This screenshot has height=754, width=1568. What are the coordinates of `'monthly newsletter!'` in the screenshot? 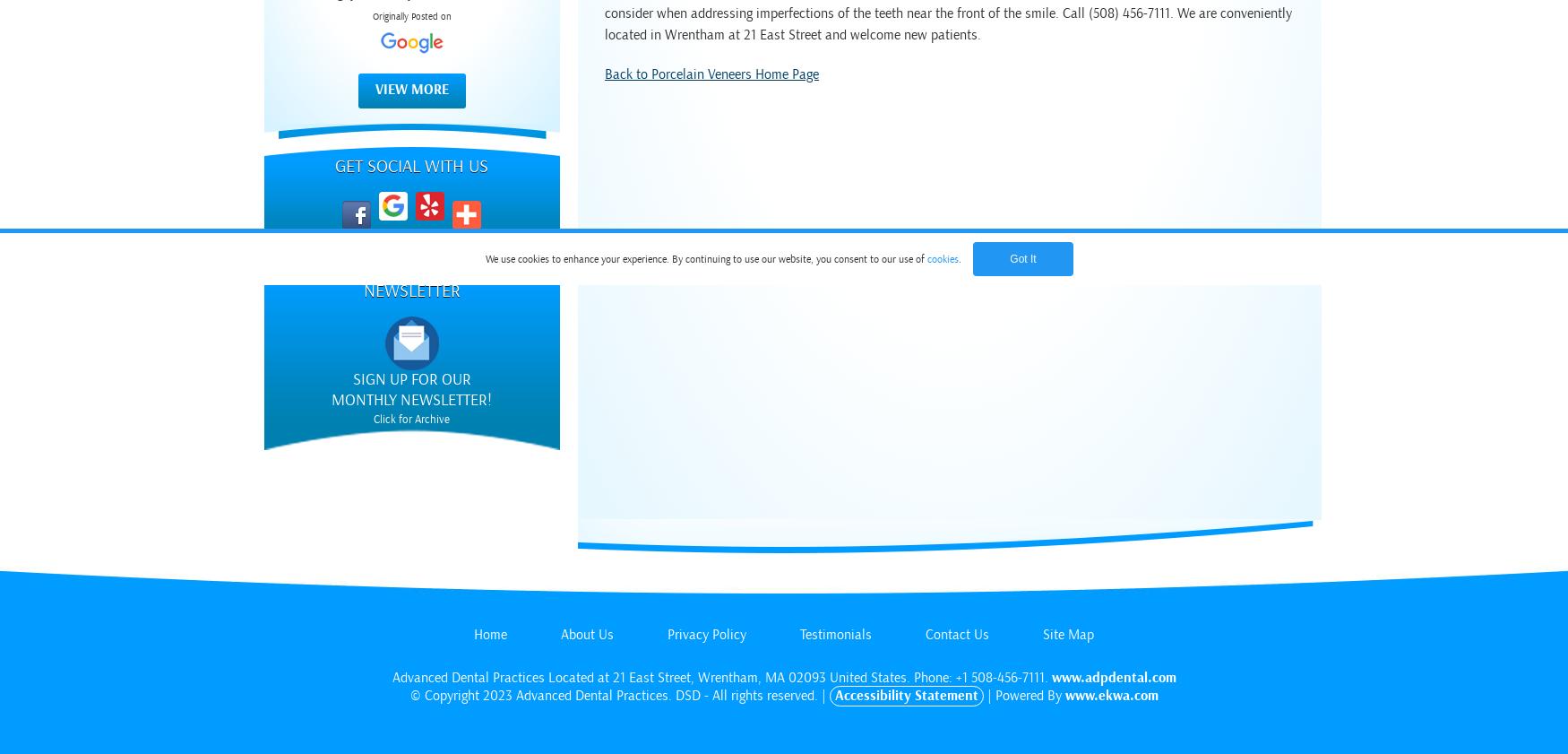 It's located at (411, 399).